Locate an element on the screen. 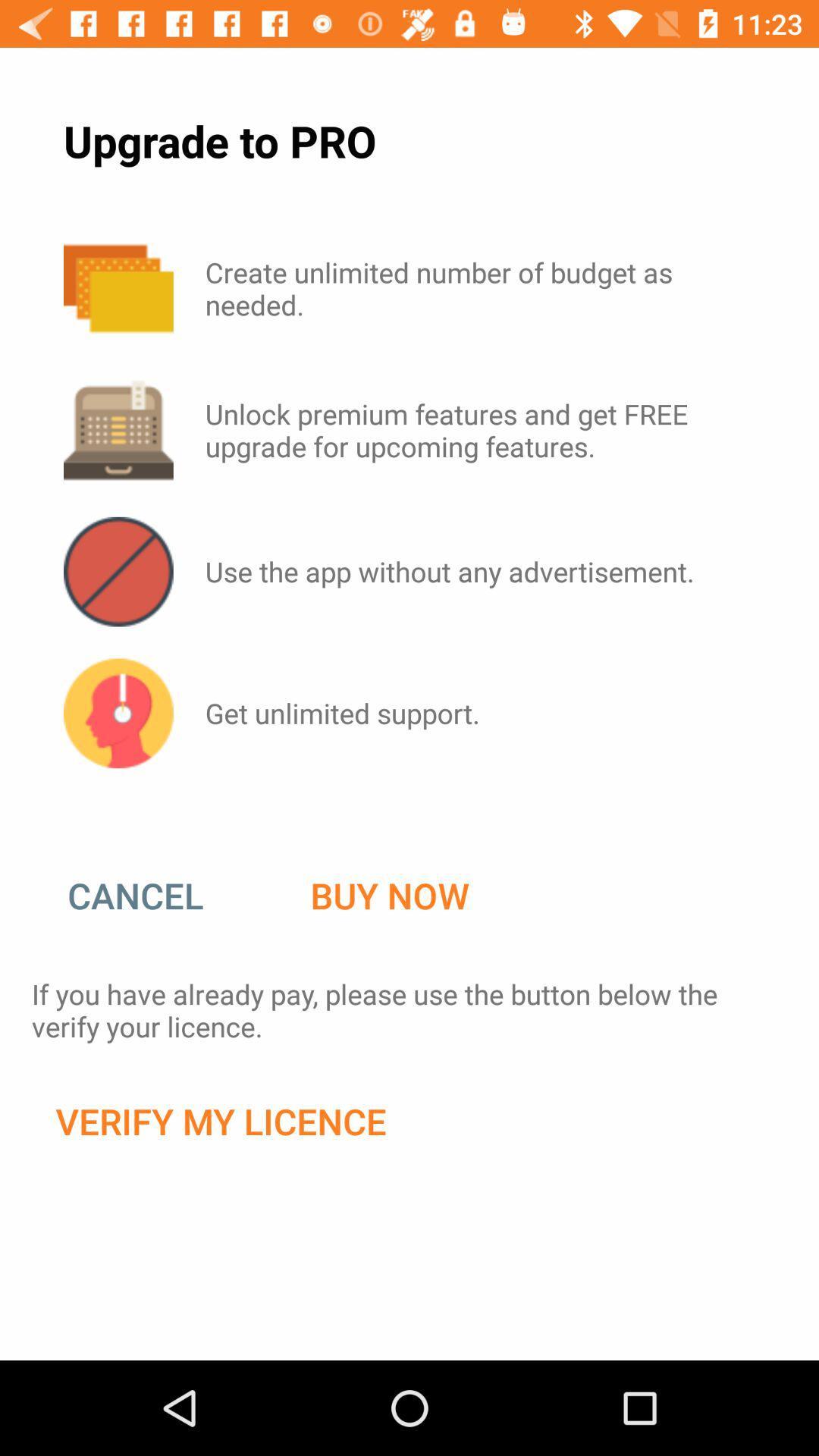 This screenshot has height=1456, width=819. the item to the left of the buy now item is located at coordinates (151, 896).